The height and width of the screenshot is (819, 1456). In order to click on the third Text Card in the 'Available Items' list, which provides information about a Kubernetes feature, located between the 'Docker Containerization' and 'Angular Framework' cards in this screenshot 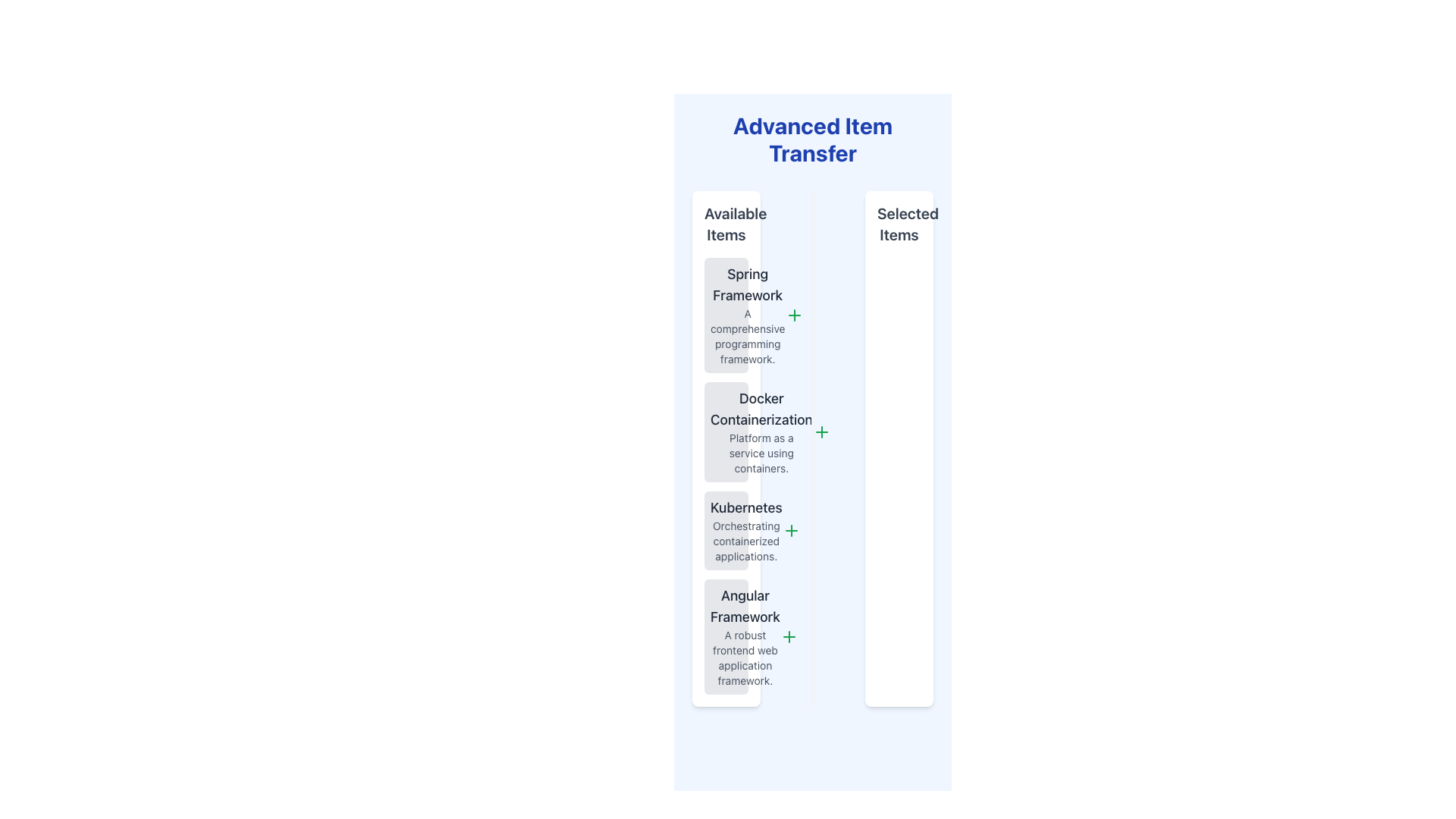, I will do `click(726, 529)`.